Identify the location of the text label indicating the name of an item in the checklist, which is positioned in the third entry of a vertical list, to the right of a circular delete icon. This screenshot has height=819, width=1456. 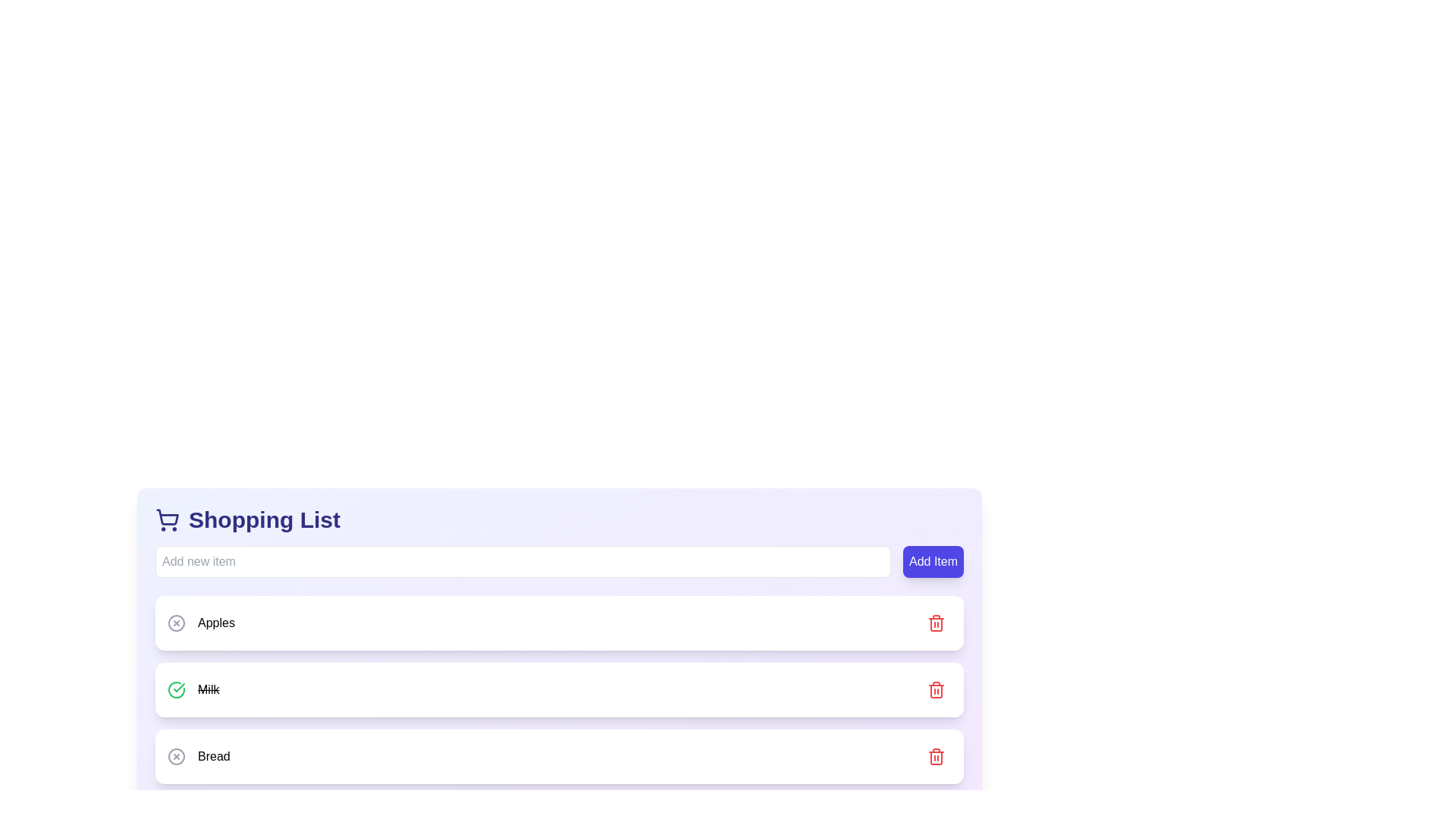
(213, 757).